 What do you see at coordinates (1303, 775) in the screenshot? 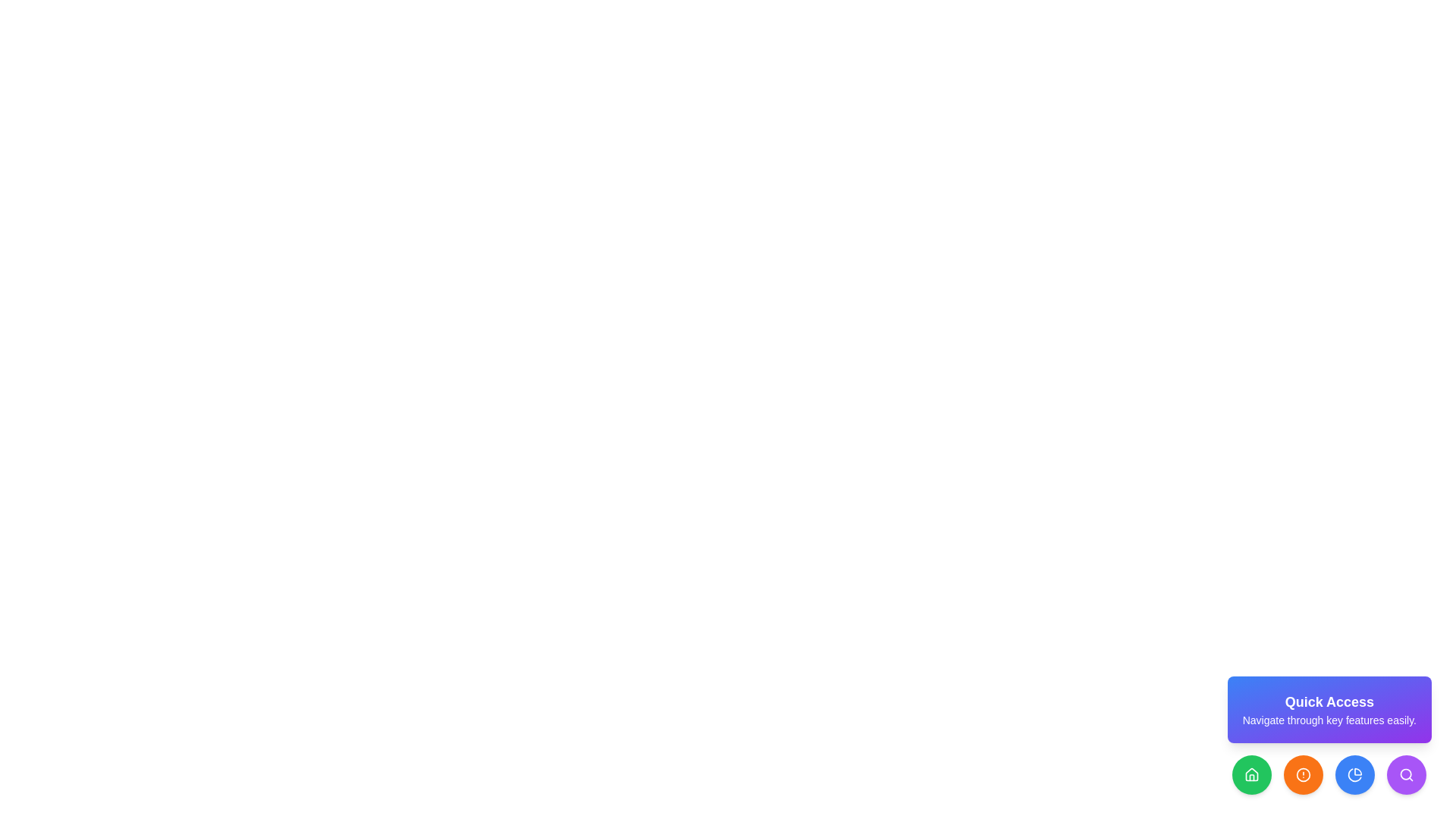
I see `the orange circular icon, which is the second icon from the left in a set of four icons located at the bottom-right corner of the interface` at bounding box center [1303, 775].